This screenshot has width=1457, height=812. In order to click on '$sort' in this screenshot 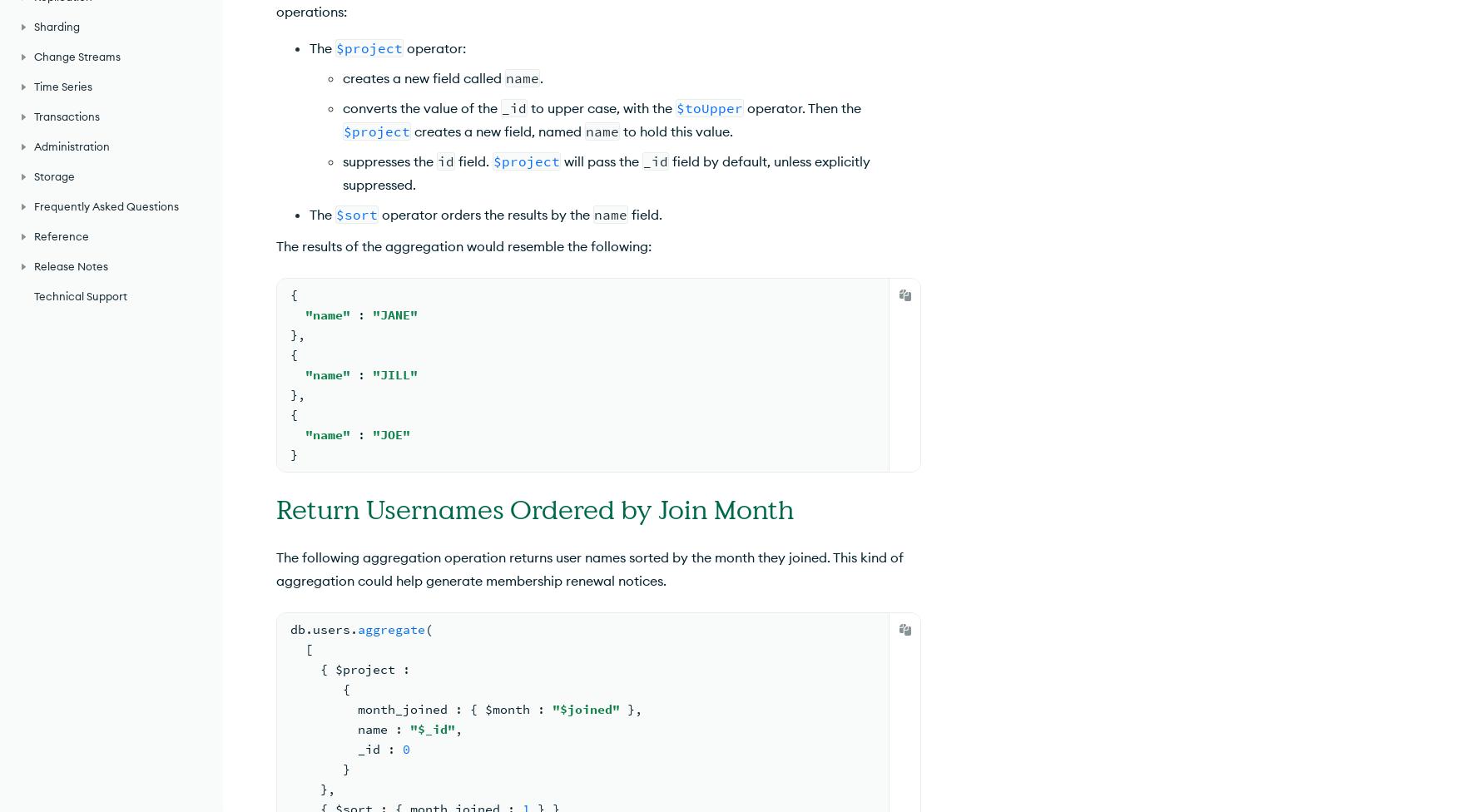, I will do `click(356, 214)`.